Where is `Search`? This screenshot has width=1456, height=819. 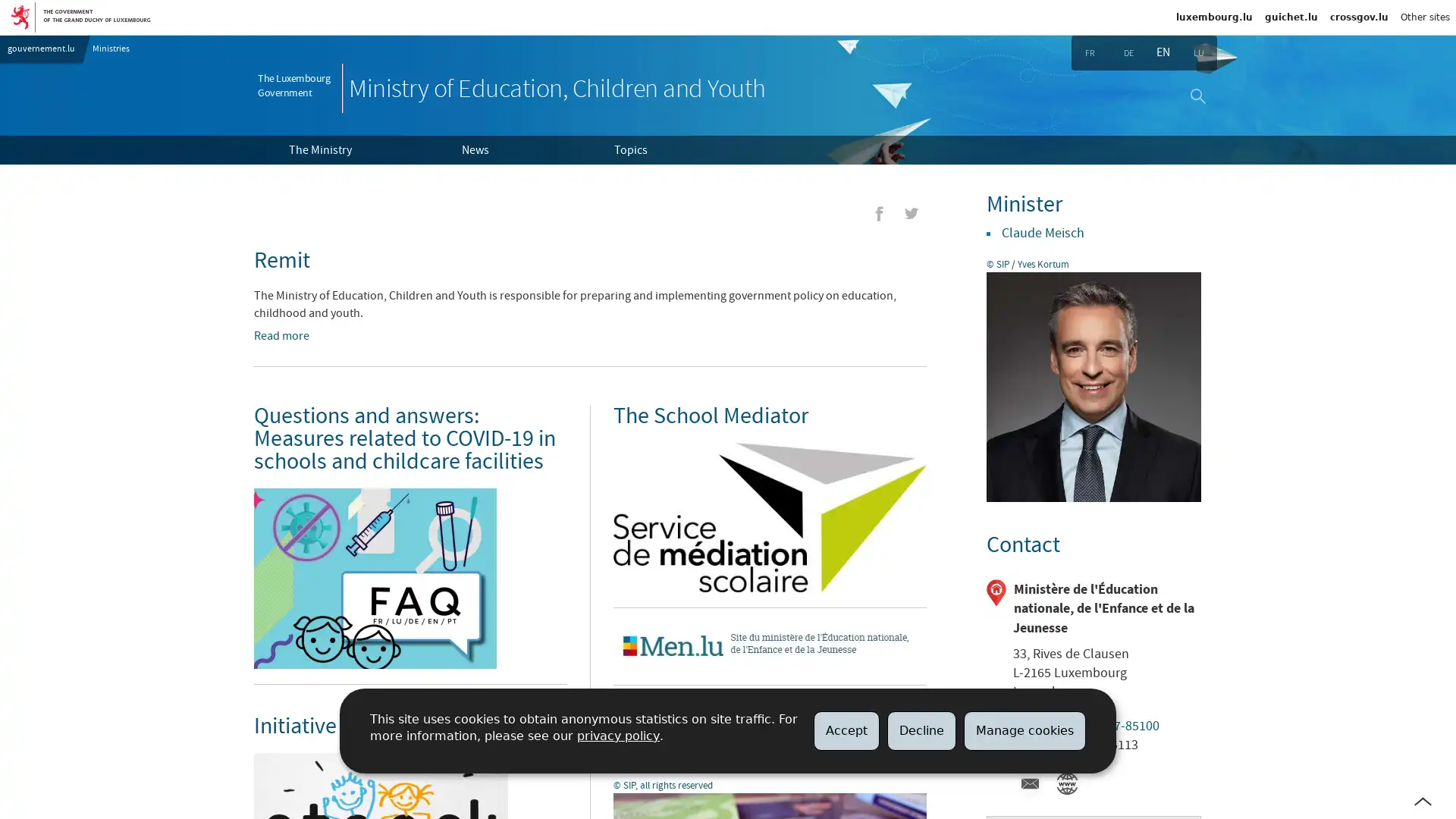 Search is located at coordinates (1197, 96).